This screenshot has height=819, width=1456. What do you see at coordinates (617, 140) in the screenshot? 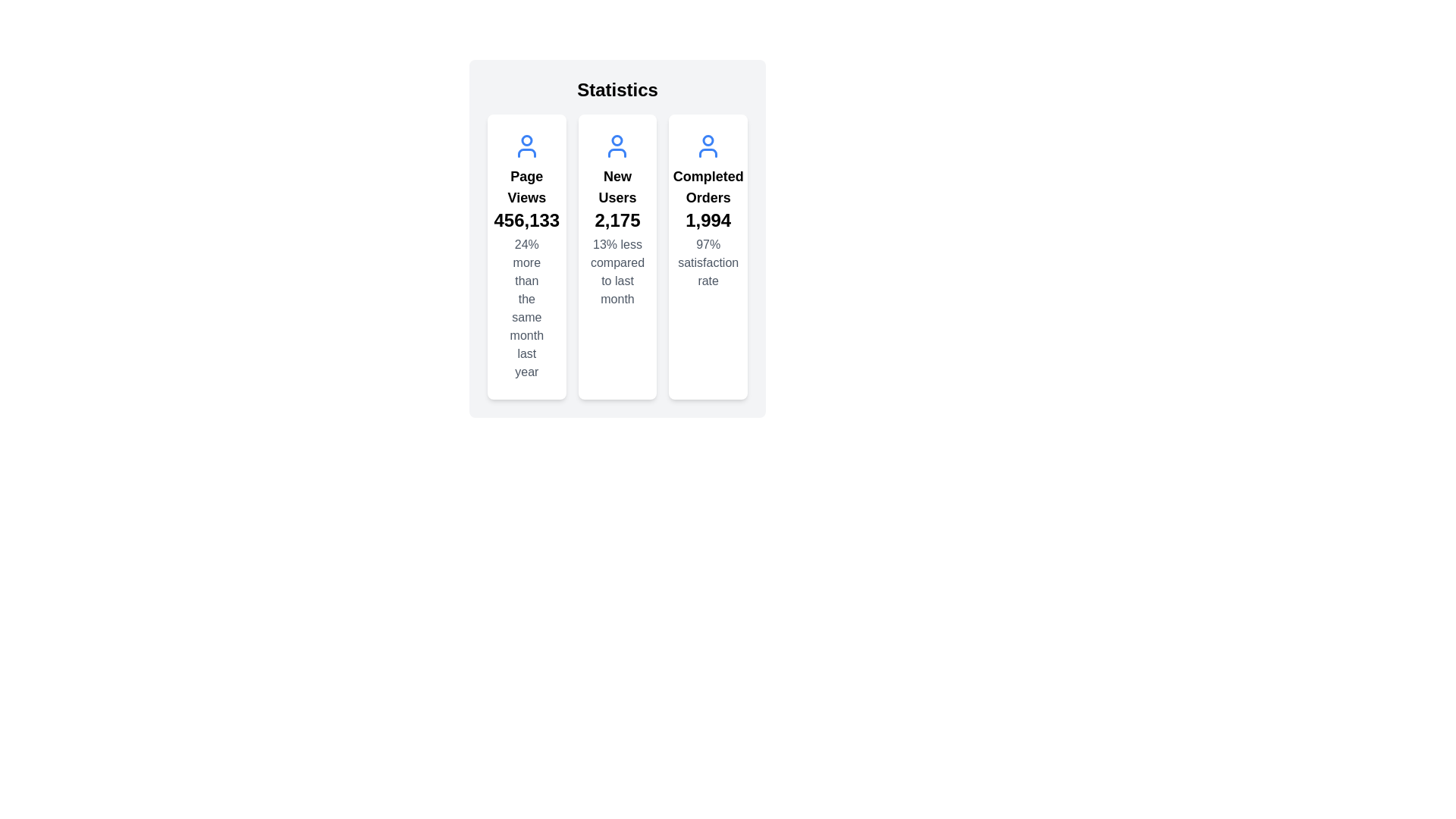
I see `circular SVG element located at the top of the user icon, which has a radius of 4 and no visible fill or stroke attributes` at bounding box center [617, 140].